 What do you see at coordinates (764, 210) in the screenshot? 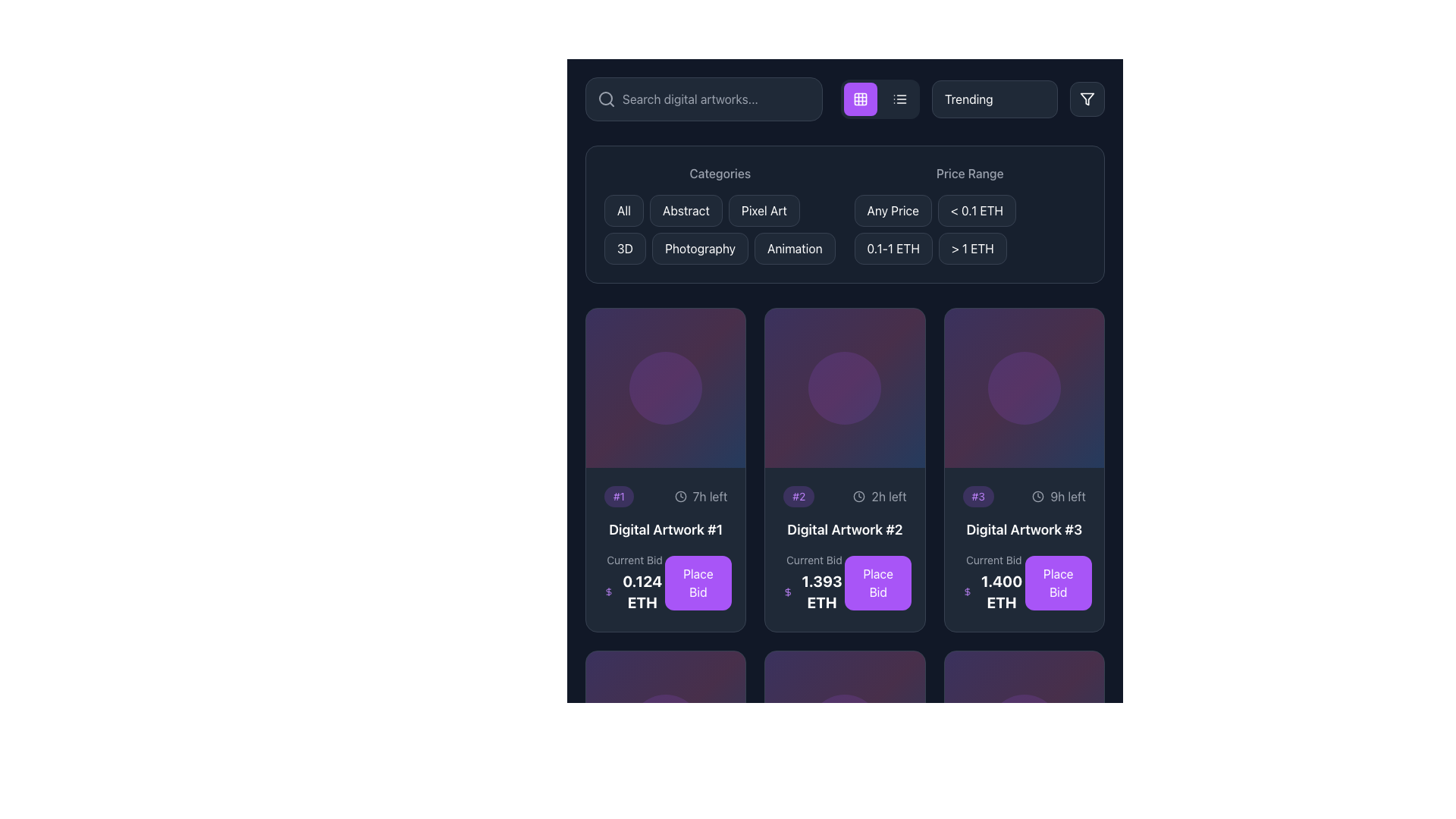
I see `the 'Pixel Art' category filter button` at bounding box center [764, 210].